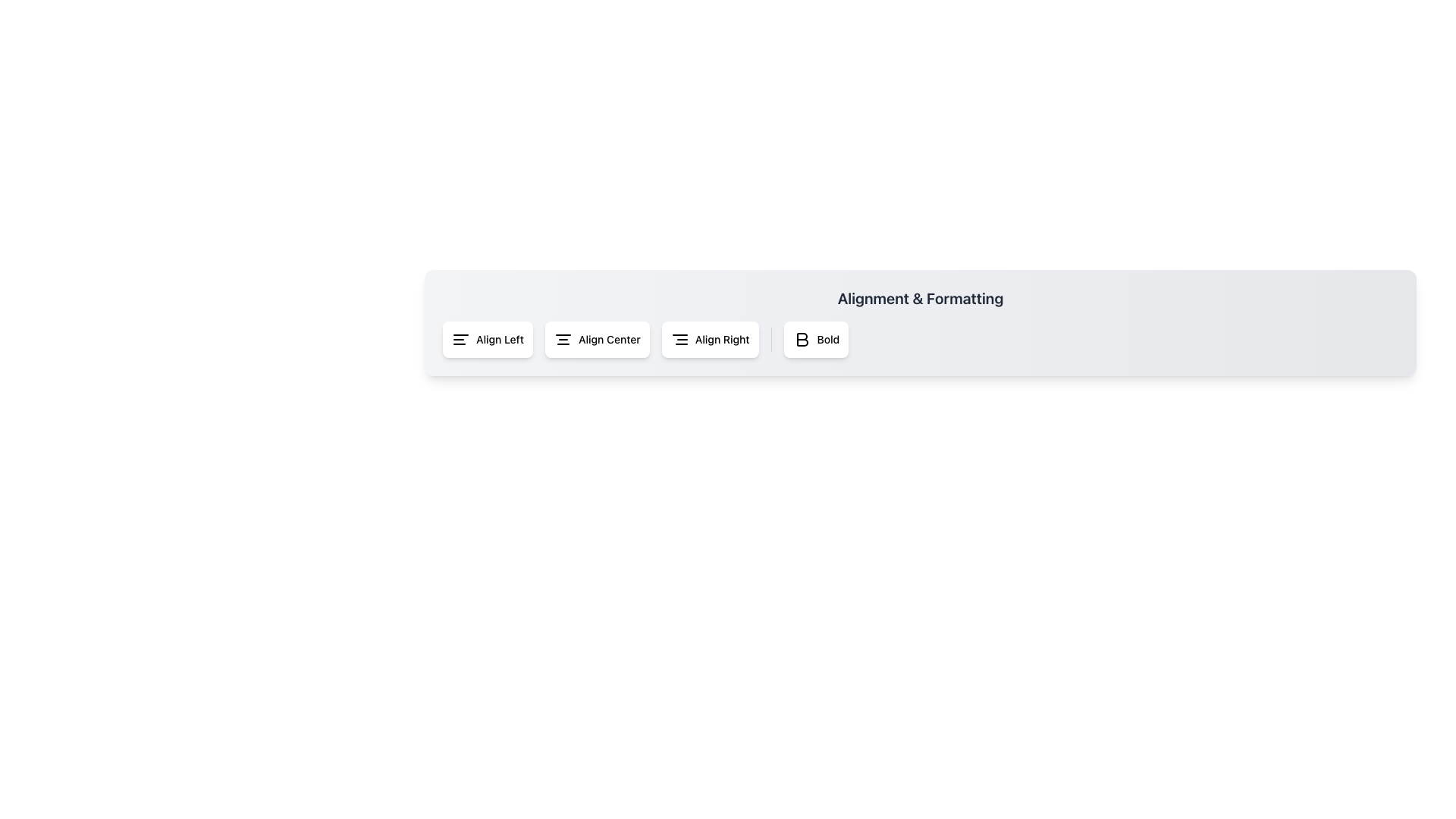 The height and width of the screenshot is (819, 1456). I want to click on the 'Align Left' button, which has a white background, rounded corners, and an icon of three horizontal lines, to apply left alignment, so click(488, 338).